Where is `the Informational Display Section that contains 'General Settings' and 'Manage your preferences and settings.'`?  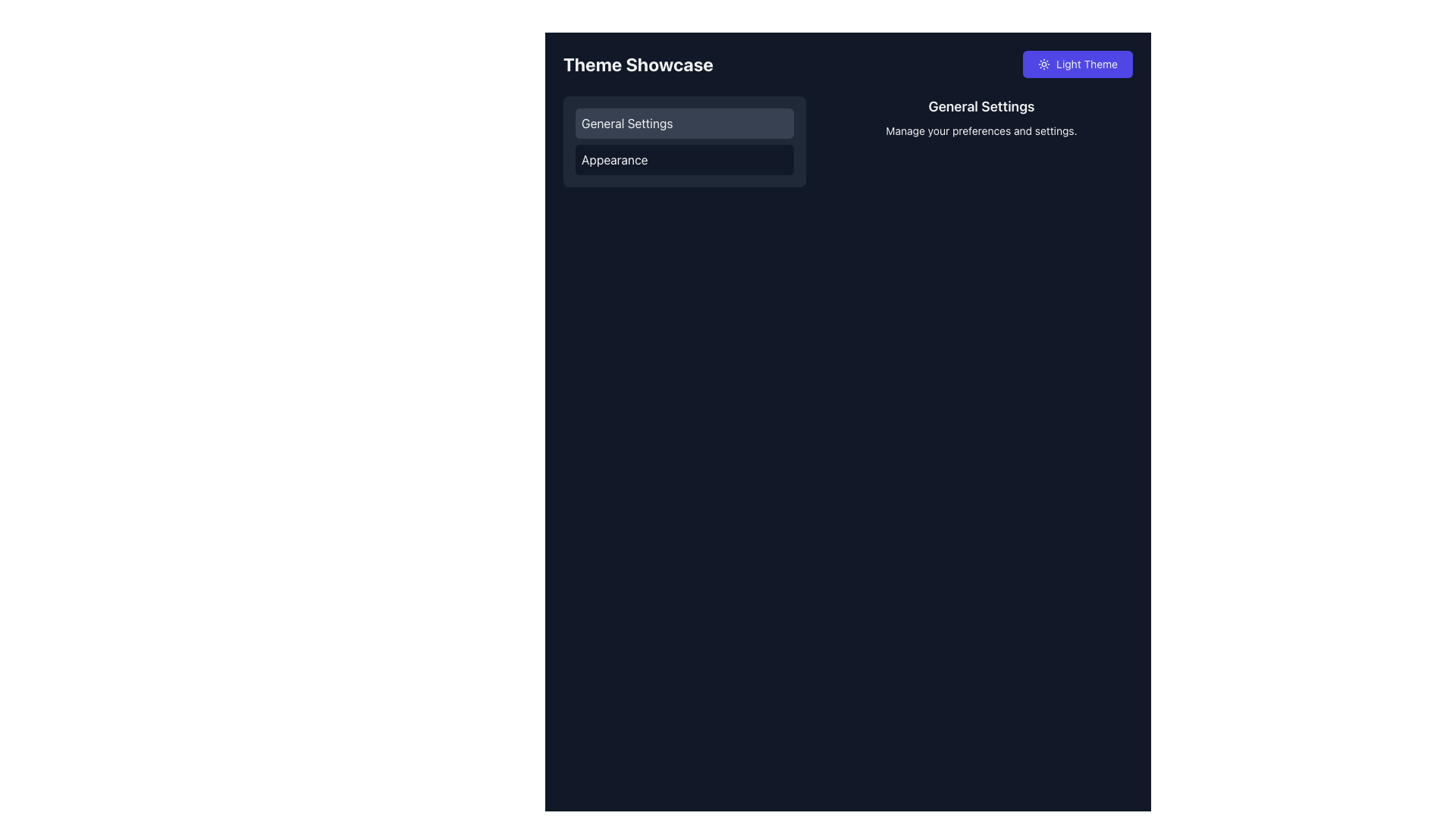 the Informational Display Section that contains 'General Settings' and 'Manage your preferences and settings.' is located at coordinates (847, 141).